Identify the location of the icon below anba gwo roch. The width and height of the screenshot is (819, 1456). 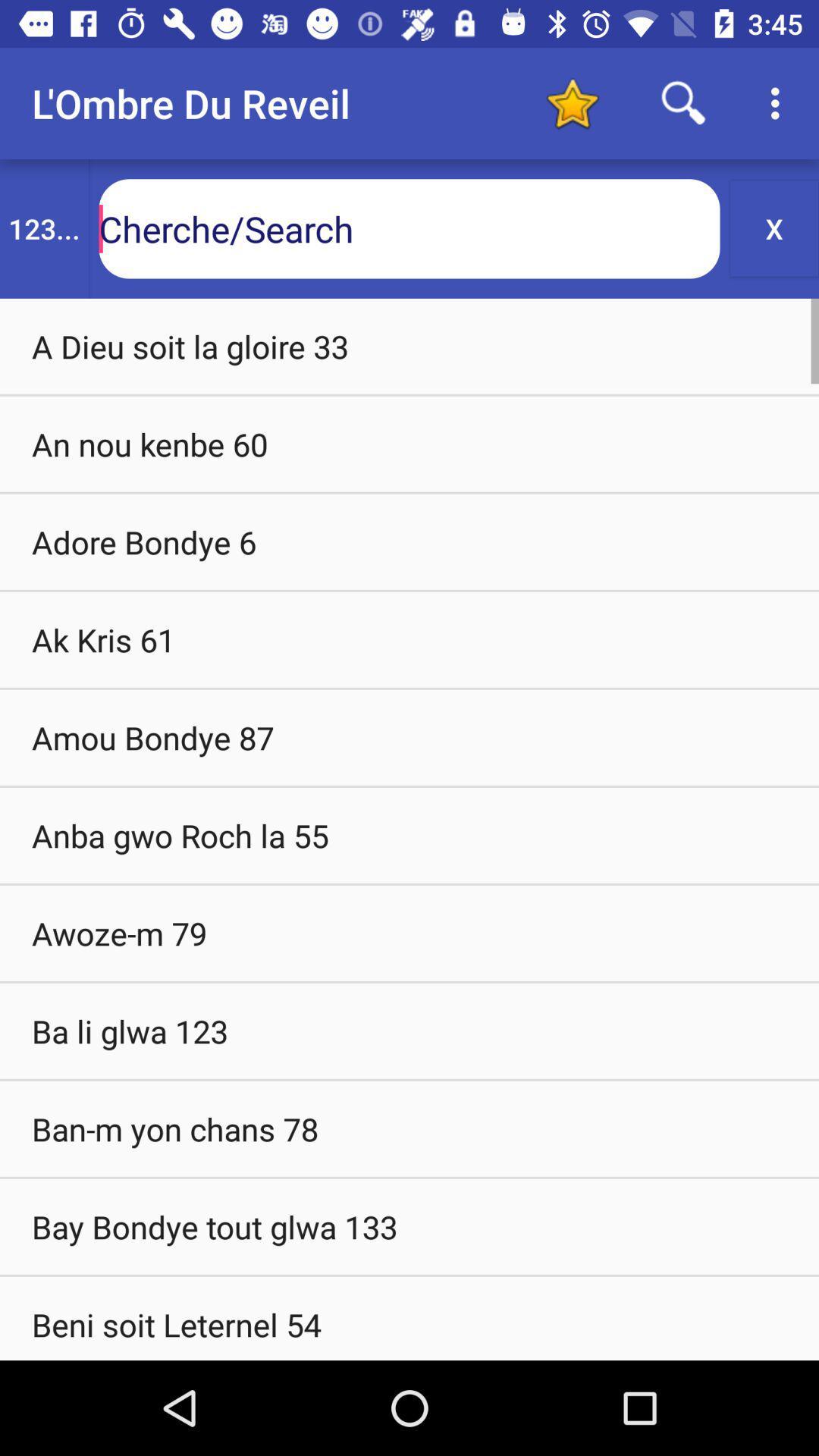
(409, 932).